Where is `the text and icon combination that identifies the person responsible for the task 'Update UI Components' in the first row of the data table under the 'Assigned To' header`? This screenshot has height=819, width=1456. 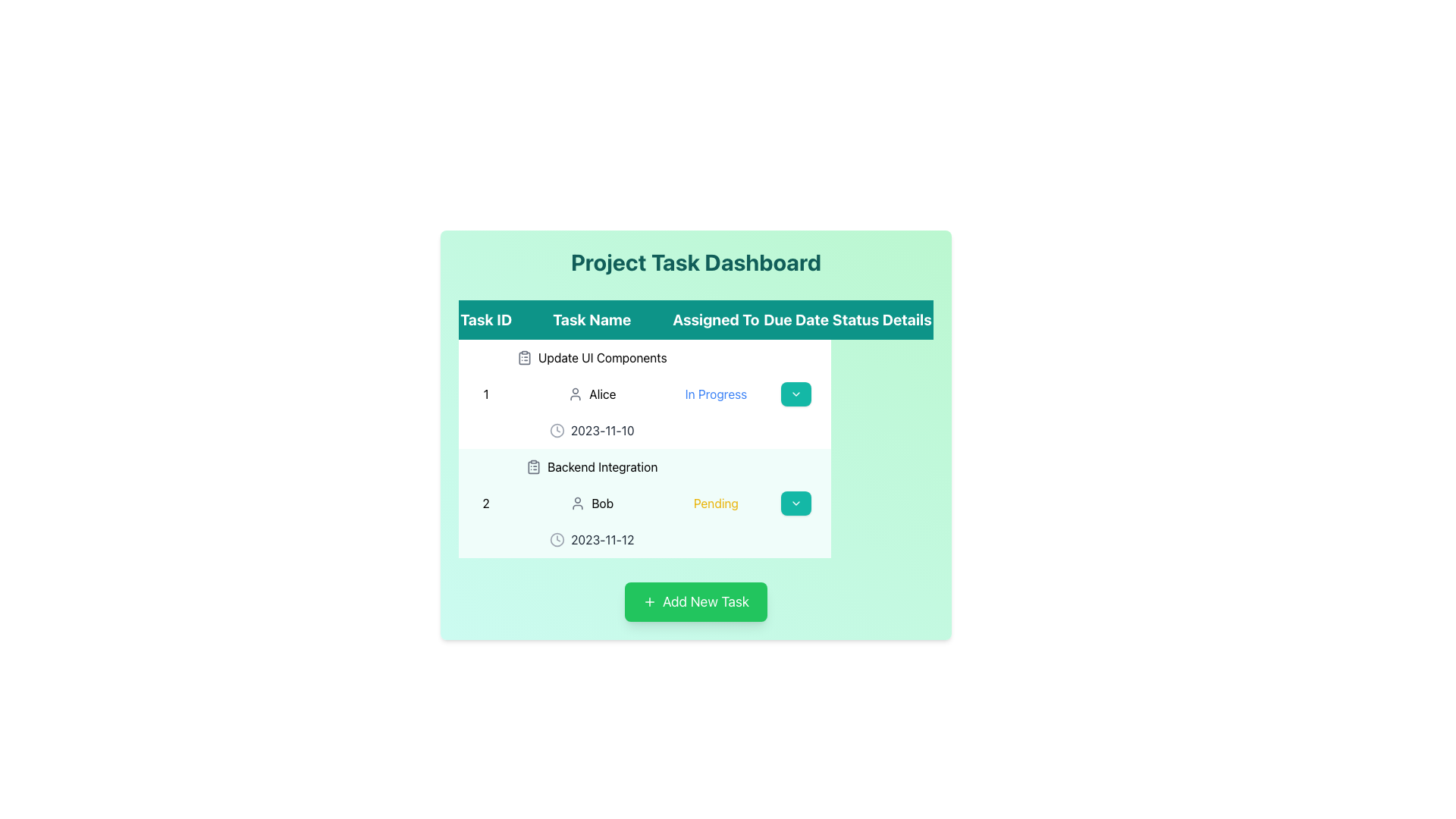
the text and icon combination that identifies the person responsible for the task 'Update UI Components' in the first row of the data table under the 'Assigned To' header is located at coordinates (591, 394).